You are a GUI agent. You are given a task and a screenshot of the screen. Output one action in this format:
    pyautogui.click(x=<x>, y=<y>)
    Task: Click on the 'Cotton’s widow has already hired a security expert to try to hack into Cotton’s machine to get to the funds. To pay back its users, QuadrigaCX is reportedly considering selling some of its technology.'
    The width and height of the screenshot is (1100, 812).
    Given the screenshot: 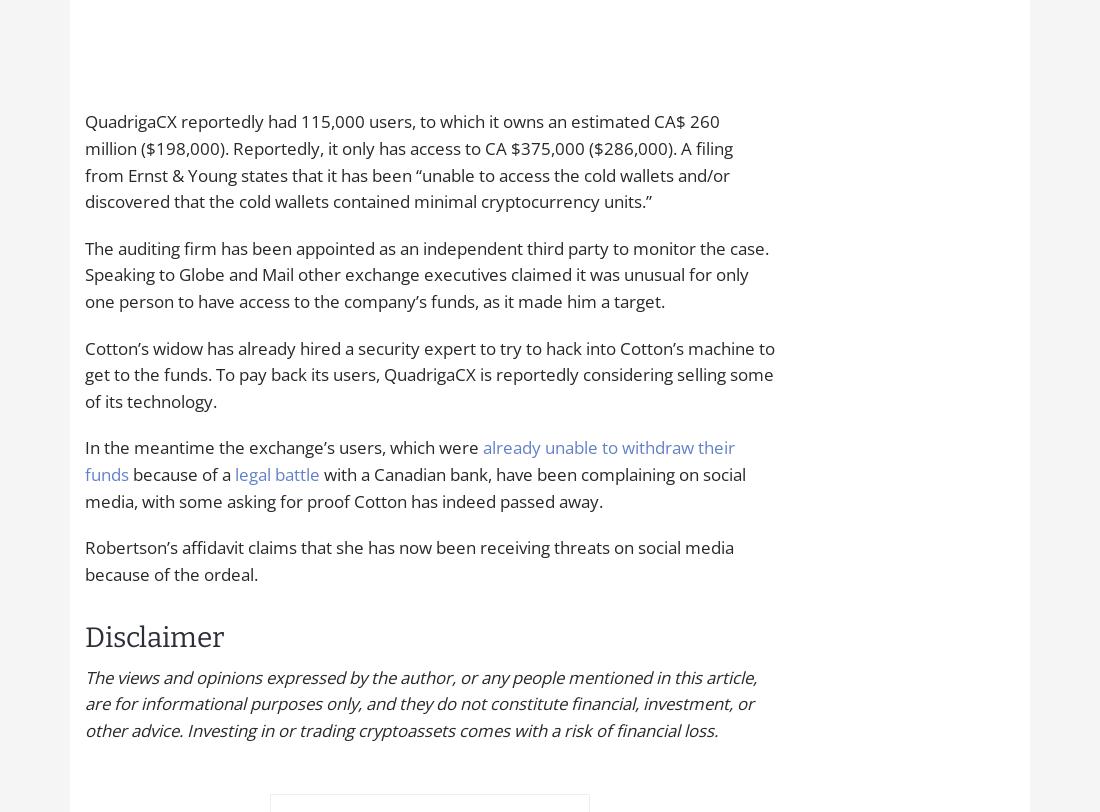 What is the action you would take?
    pyautogui.click(x=428, y=374)
    